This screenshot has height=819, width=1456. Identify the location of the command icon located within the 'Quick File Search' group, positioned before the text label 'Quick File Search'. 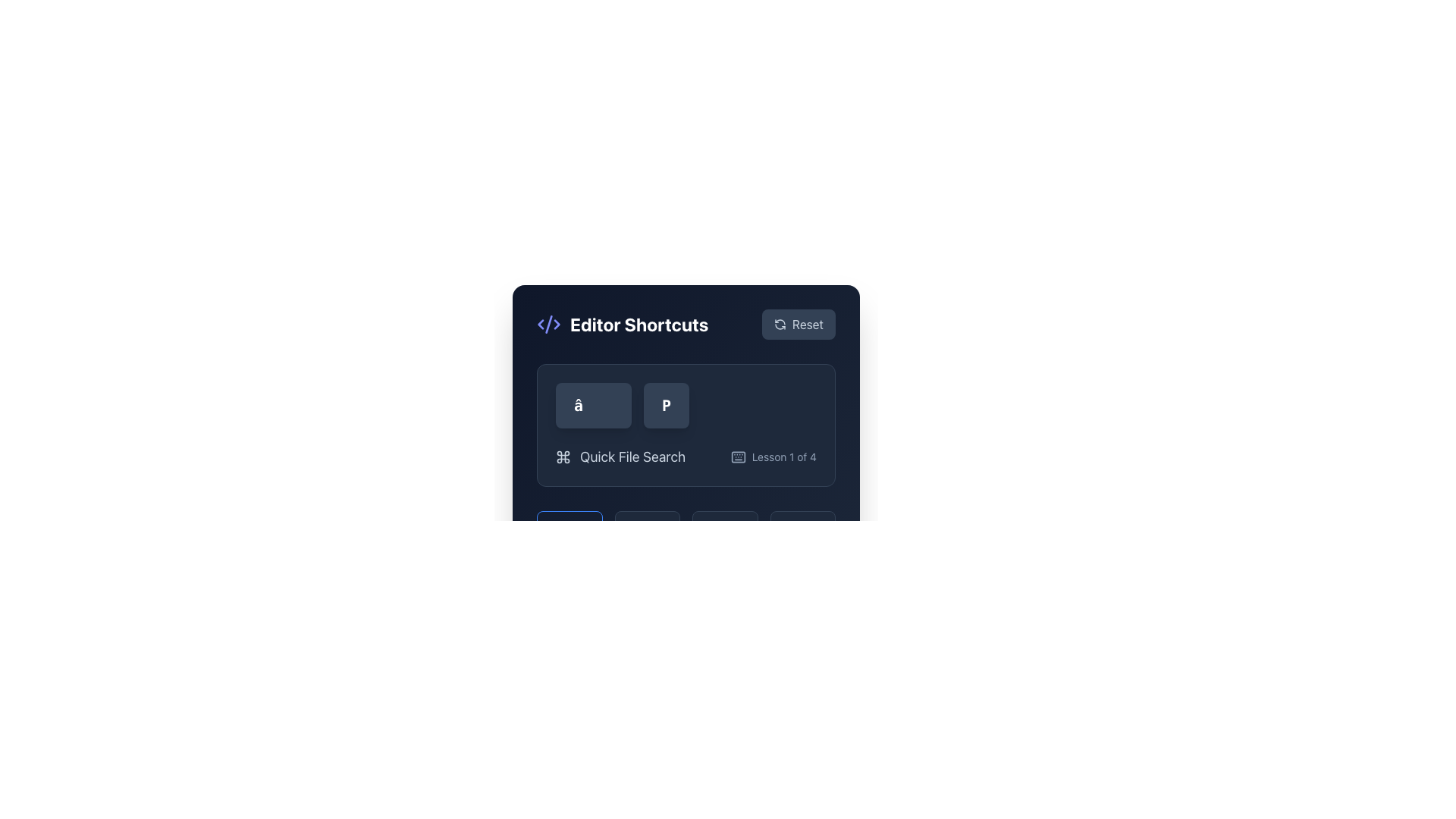
(563, 456).